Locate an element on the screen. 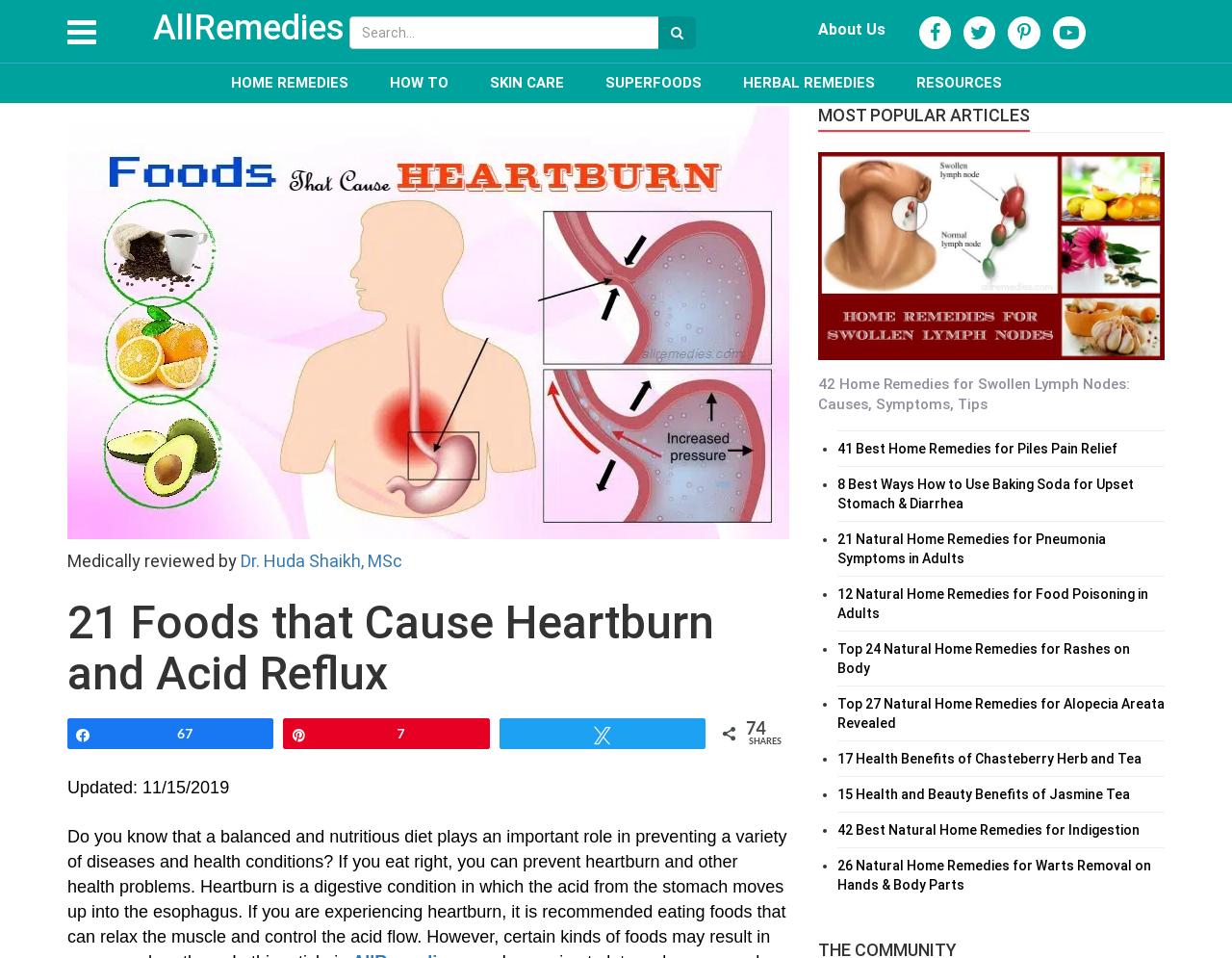 The height and width of the screenshot is (958, 1232). '42 Best Natural Home Remedies for Indigestion' is located at coordinates (988, 828).